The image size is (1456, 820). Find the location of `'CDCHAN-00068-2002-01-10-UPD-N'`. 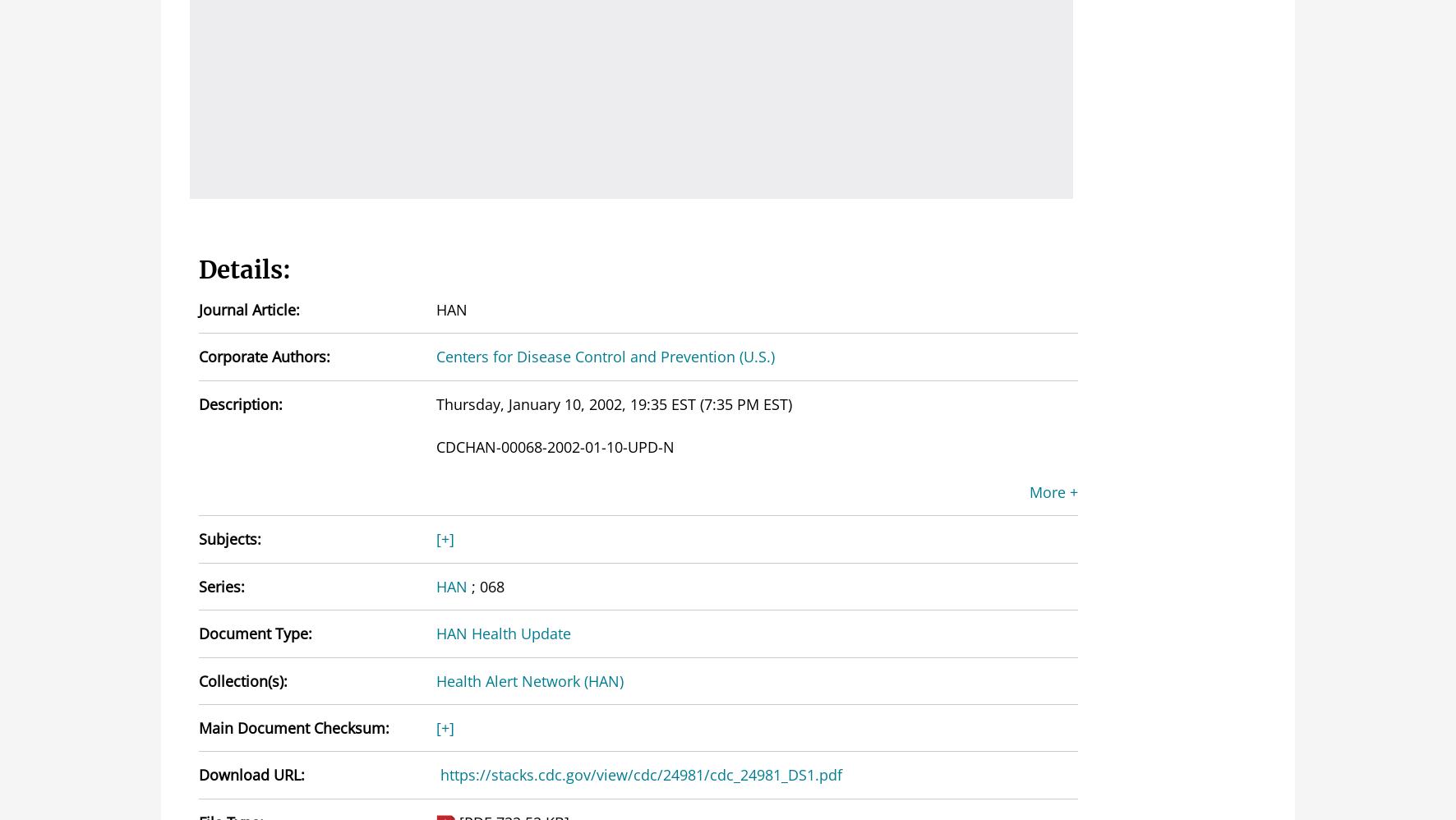

'CDCHAN-00068-2002-01-10-UPD-N' is located at coordinates (553, 447).